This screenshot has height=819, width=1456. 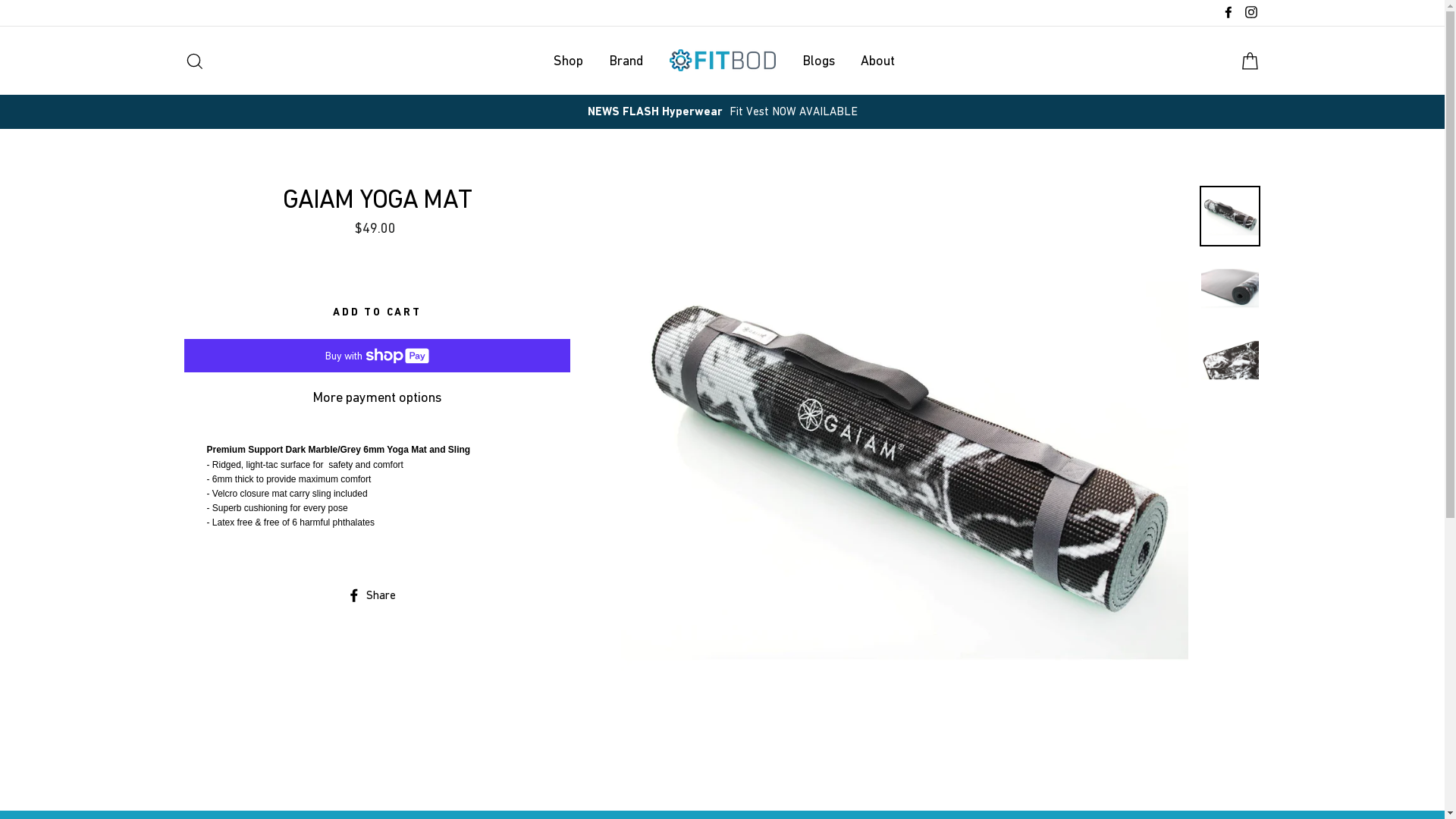 I want to click on 'About', so click(x=877, y=60).